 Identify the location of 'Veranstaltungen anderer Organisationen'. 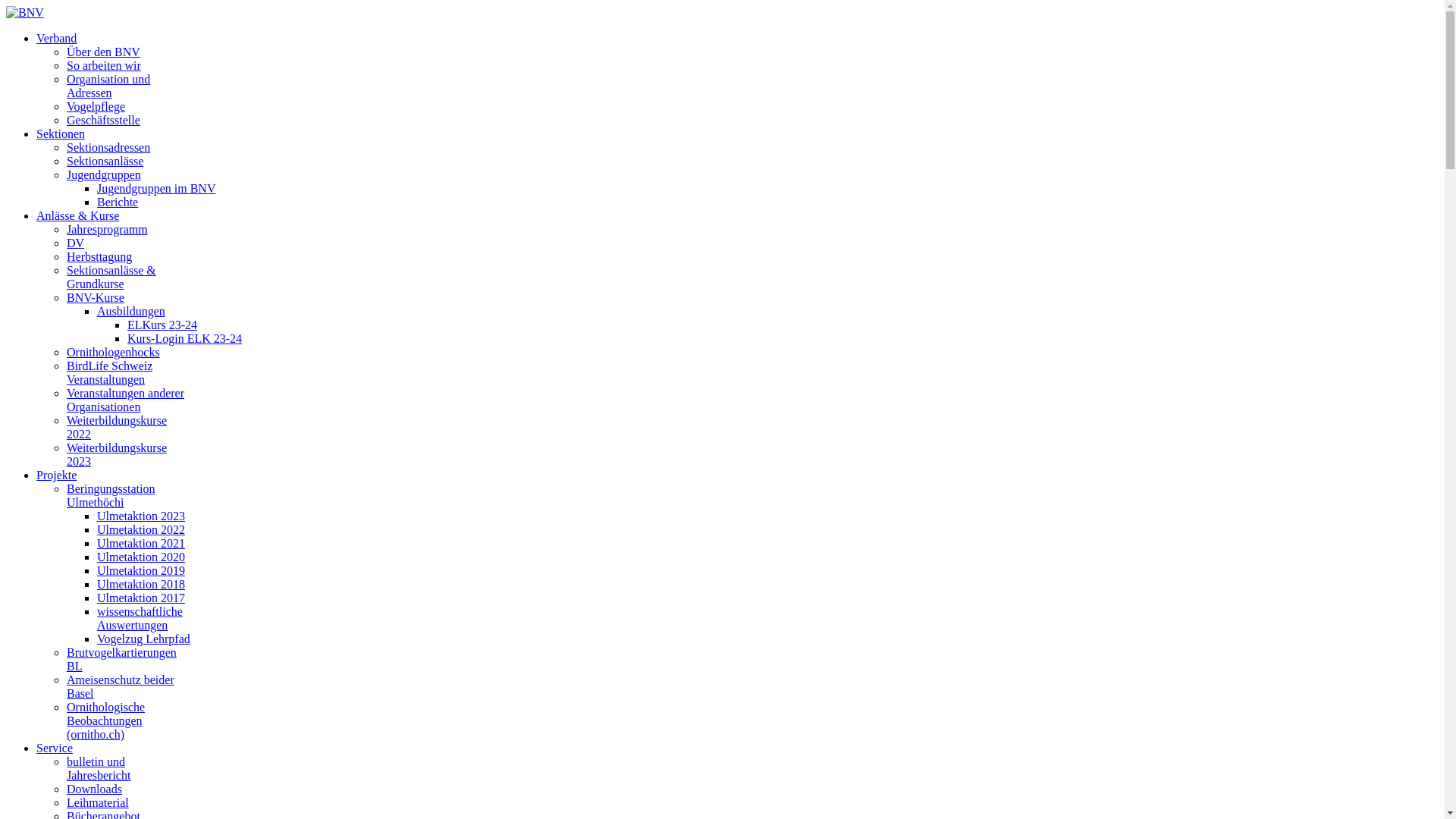
(125, 399).